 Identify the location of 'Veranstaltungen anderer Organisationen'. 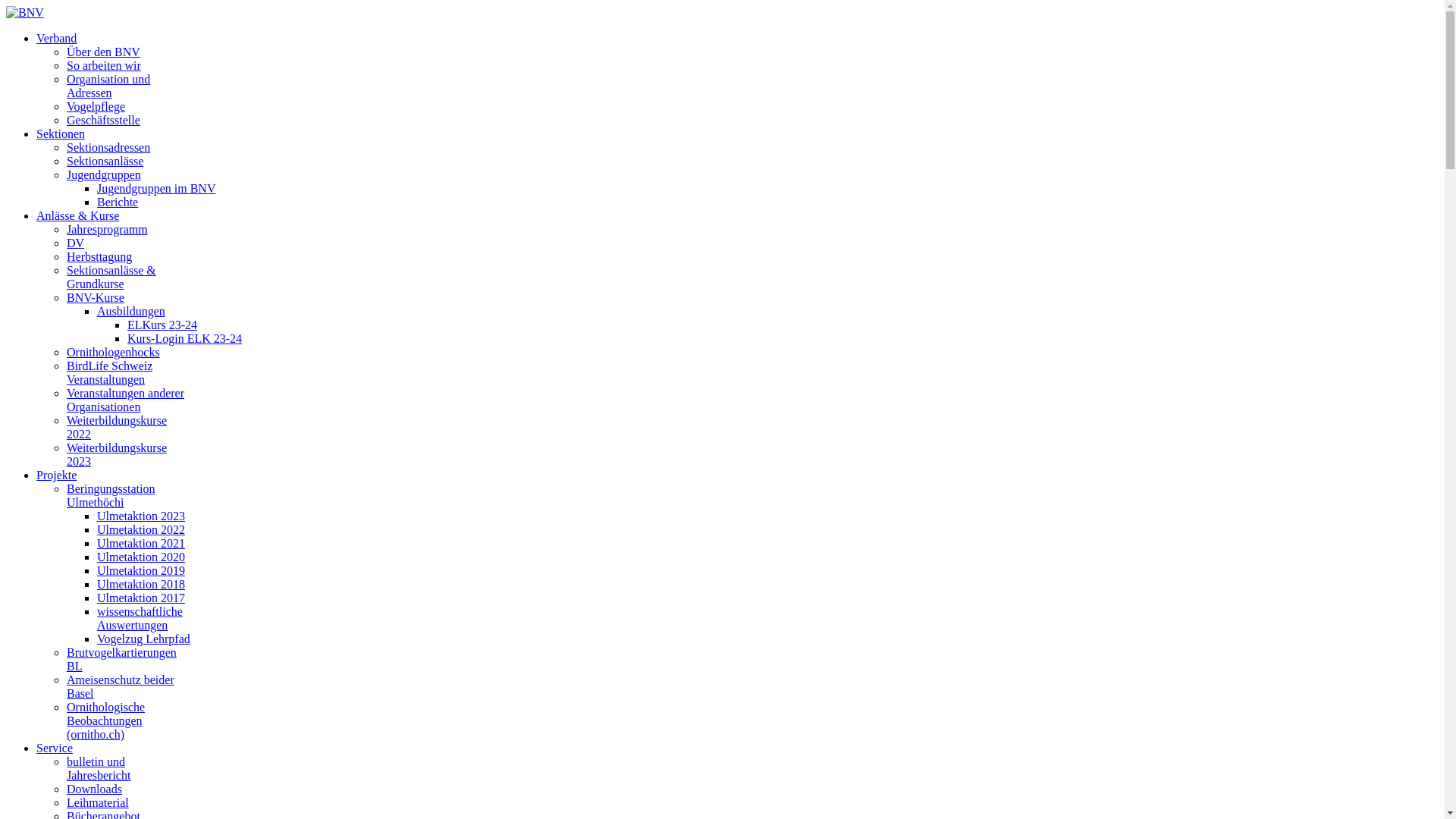
(125, 399).